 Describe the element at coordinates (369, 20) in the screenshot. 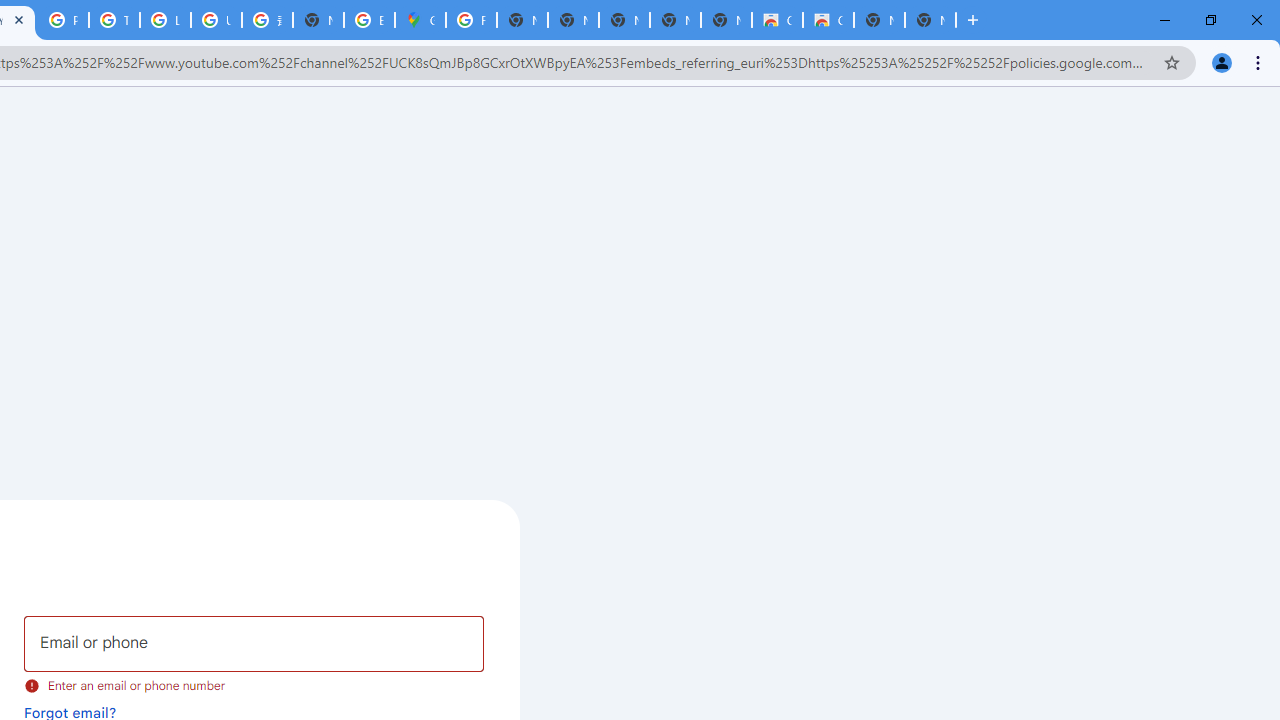

I see `'Explore new street-level details - Google Maps Help'` at that location.